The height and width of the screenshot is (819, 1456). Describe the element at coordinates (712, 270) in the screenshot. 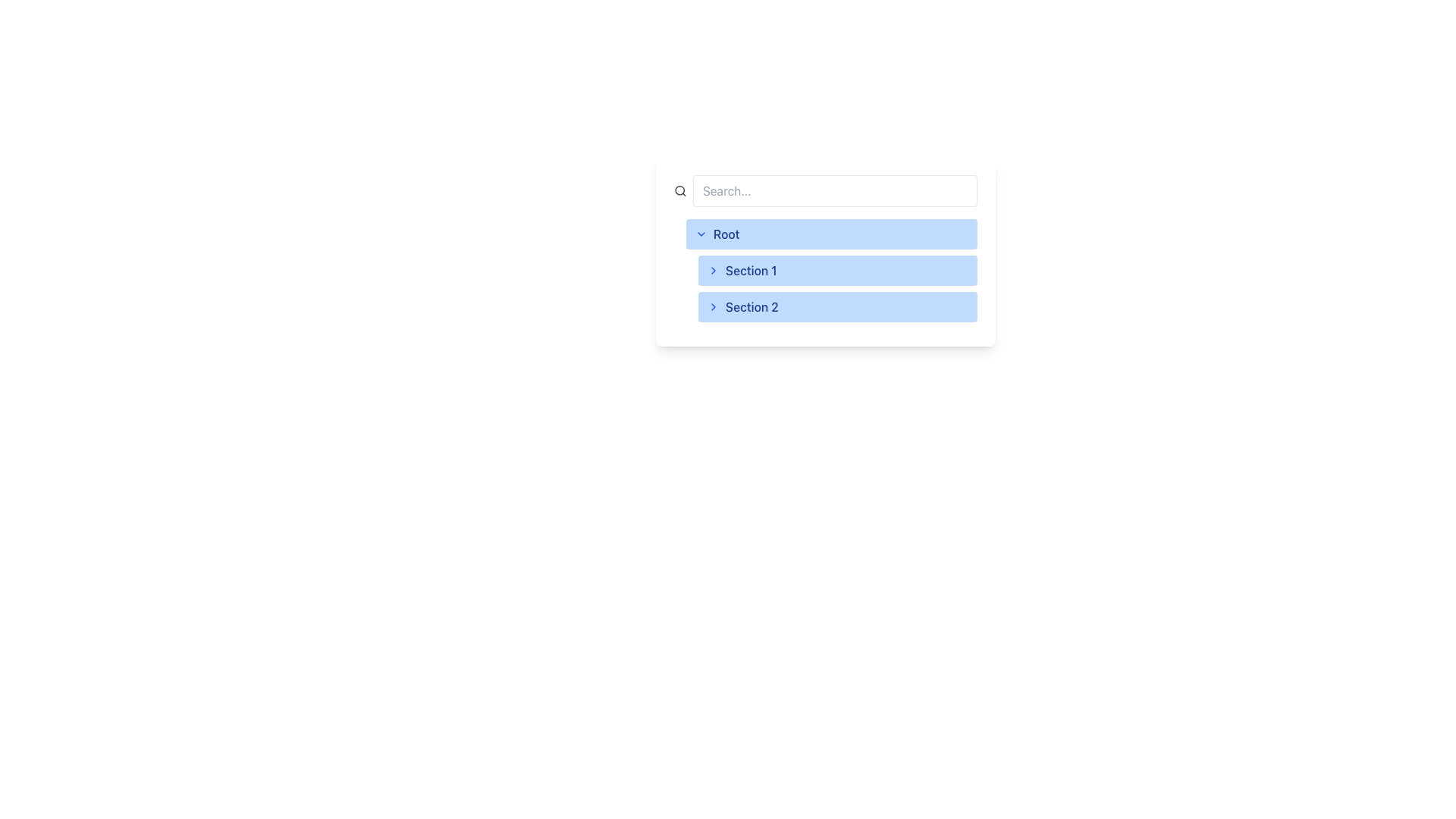

I see `the blue rightward-facing chevron icon next to the text 'Section 1'` at that location.